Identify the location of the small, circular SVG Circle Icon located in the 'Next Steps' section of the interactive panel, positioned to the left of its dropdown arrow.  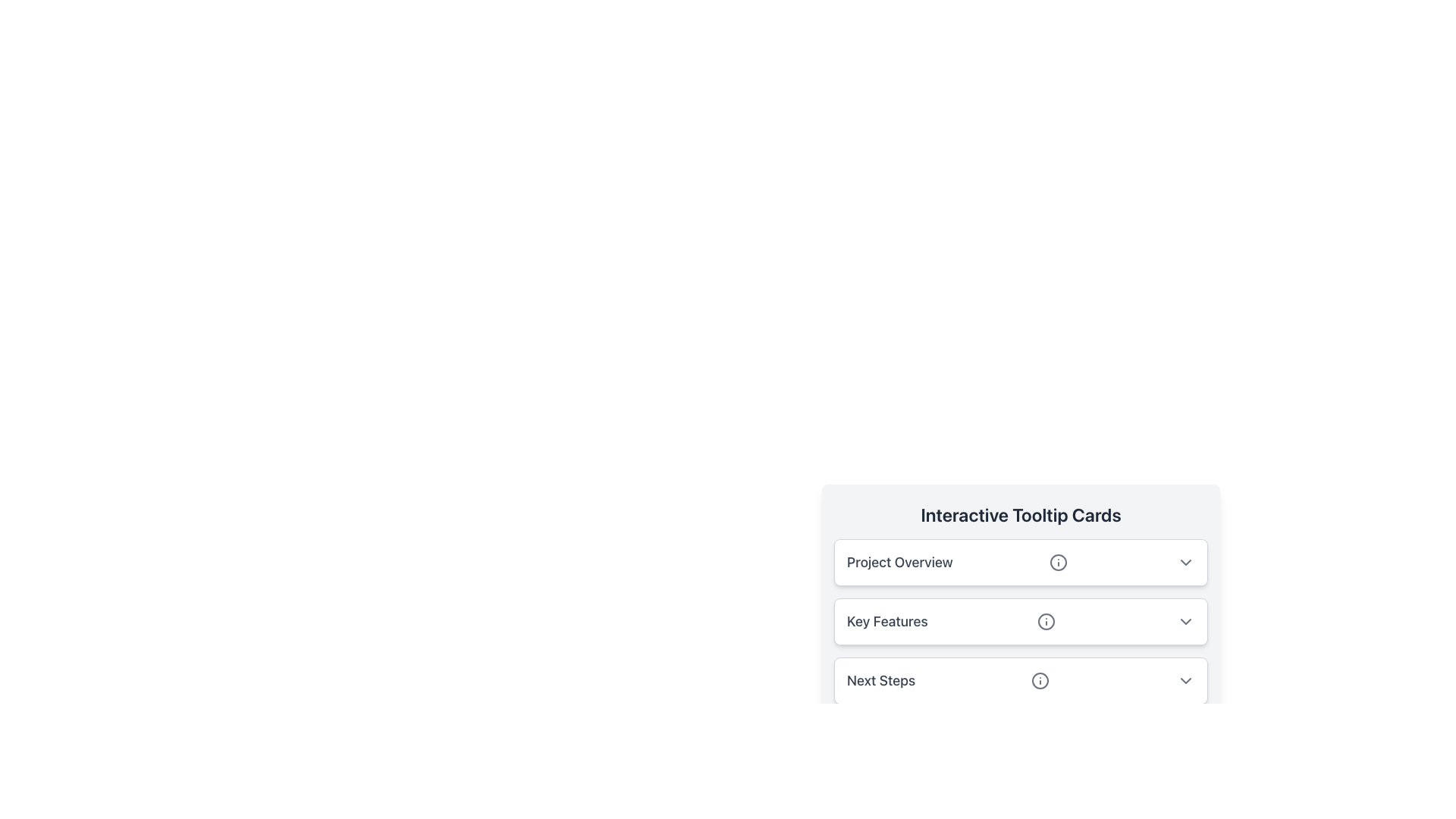
(1039, 680).